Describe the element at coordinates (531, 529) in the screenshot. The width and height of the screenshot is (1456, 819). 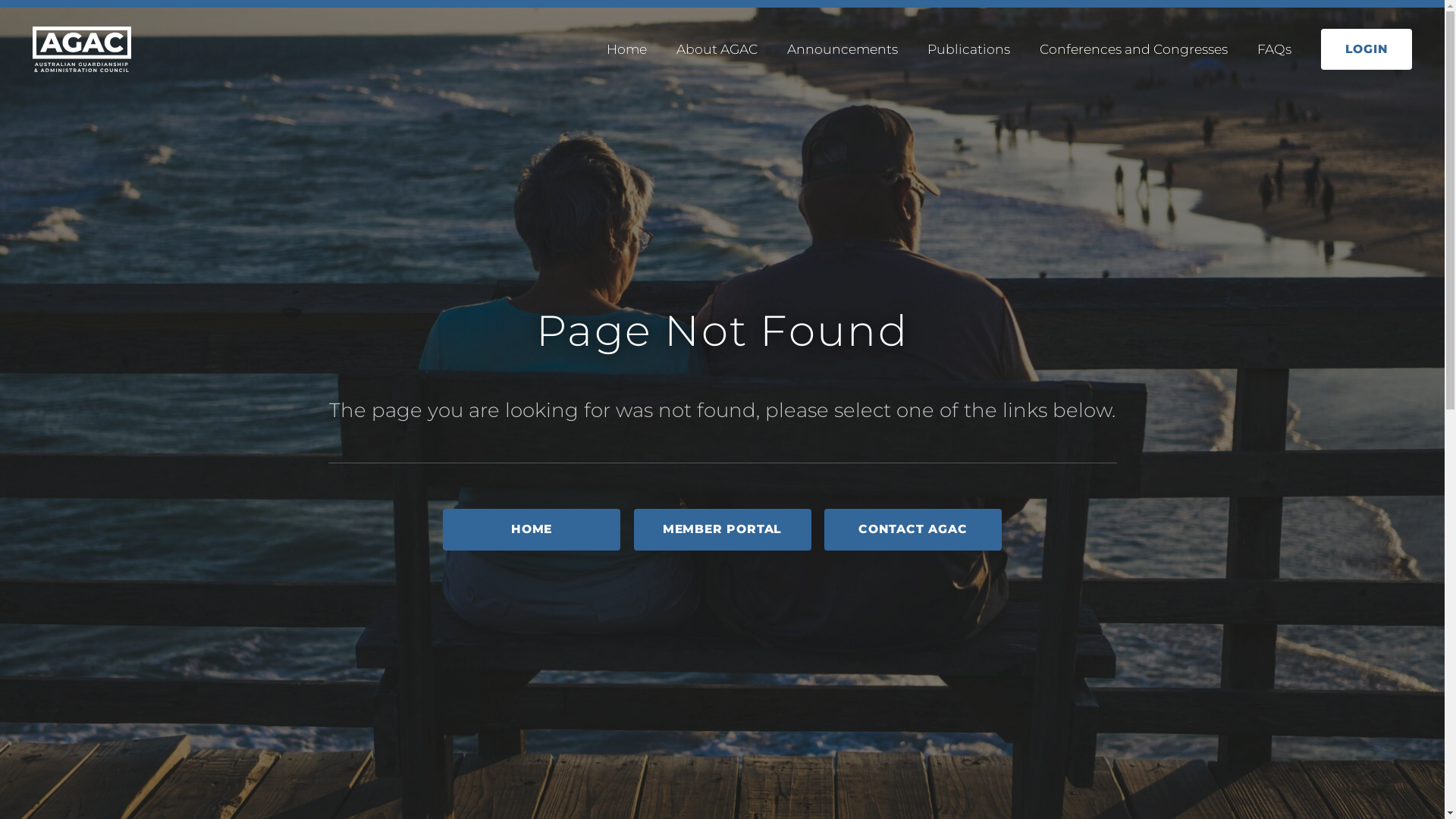
I see `'HOME'` at that location.